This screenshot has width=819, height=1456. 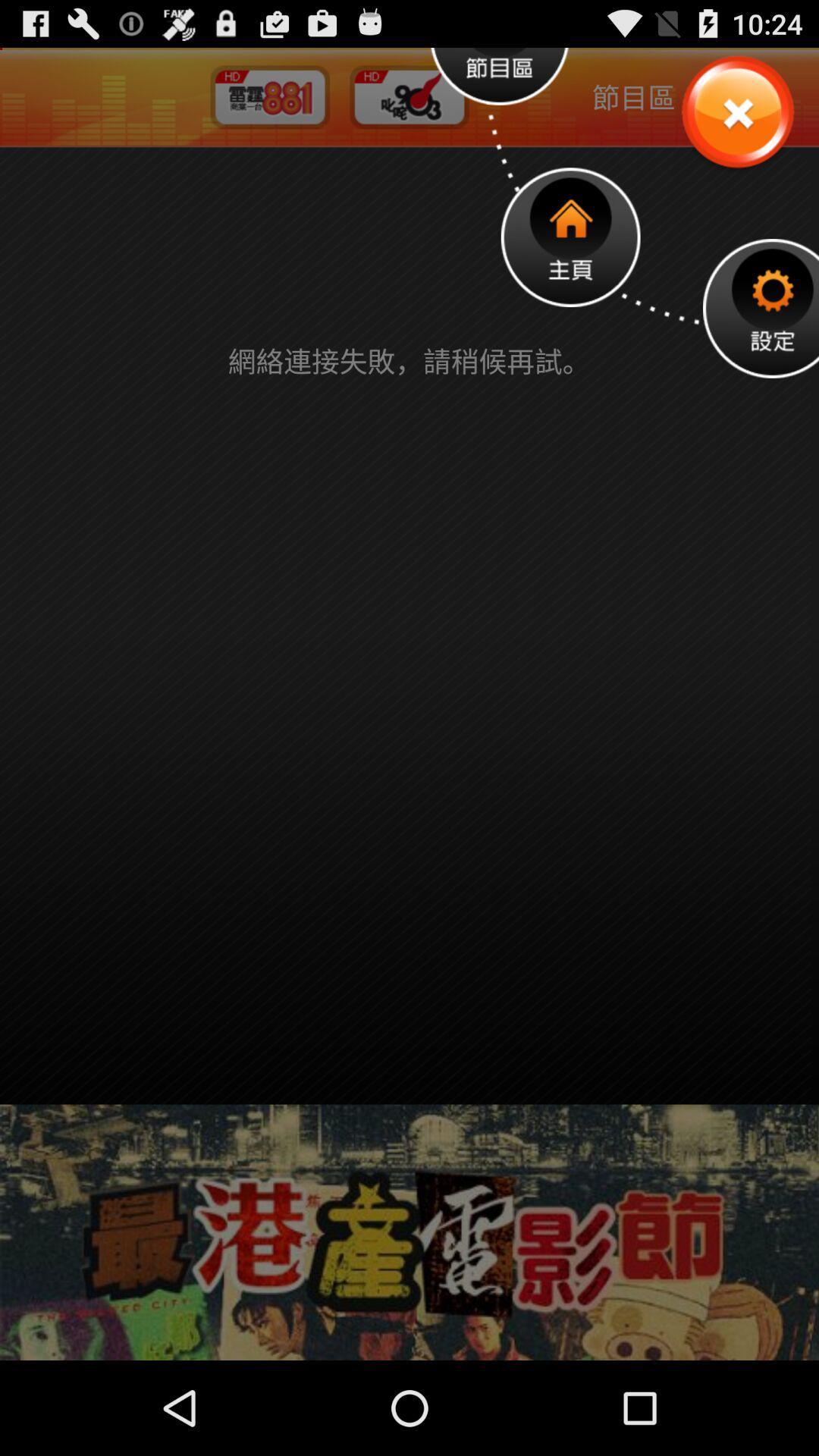 What do you see at coordinates (736, 112) in the screenshot?
I see `the page` at bounding box center [736, 112].